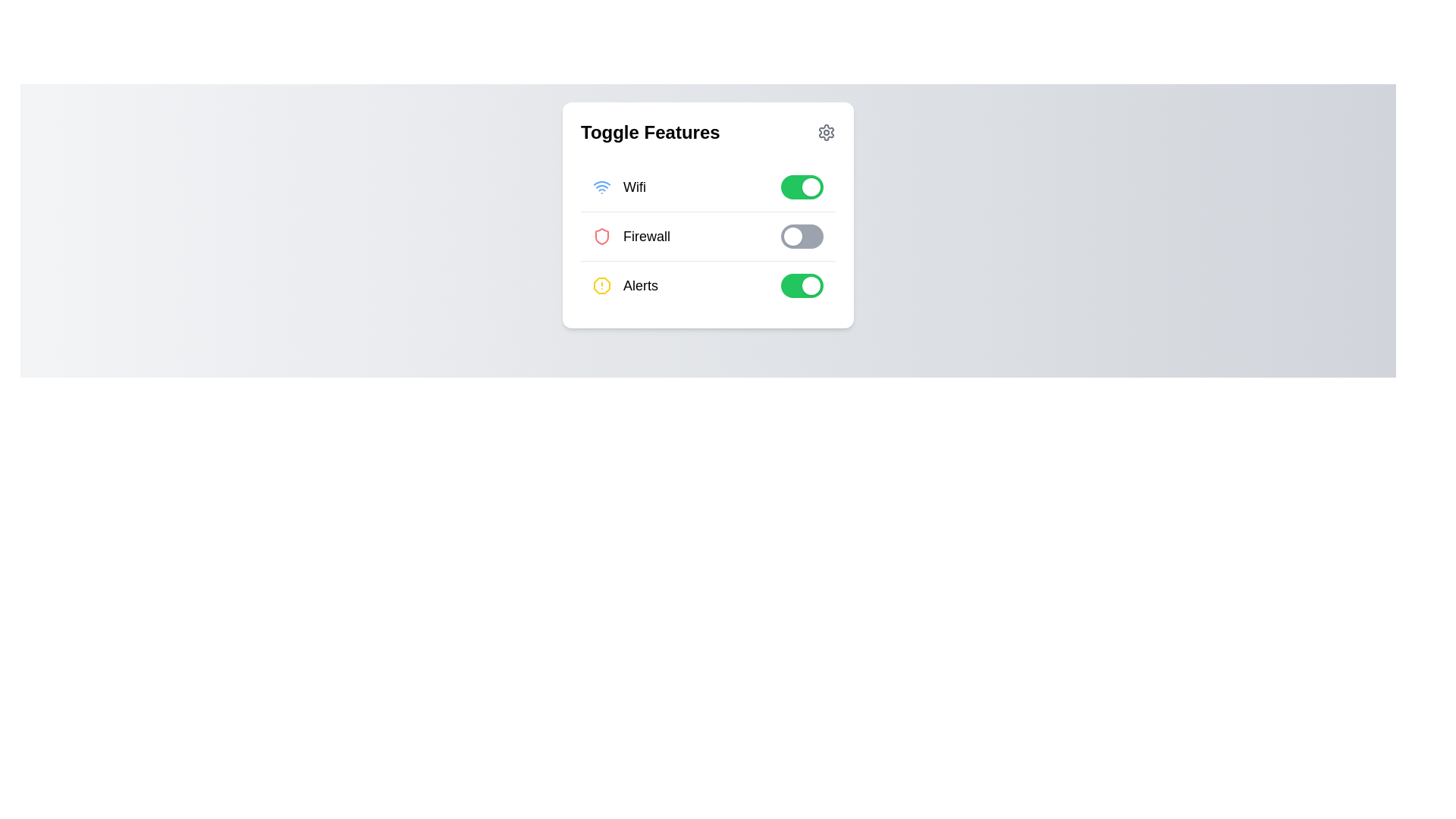  What do you see at coordinates (601, 237) in the screenshot?
I see `the 'Firewall' icon located in the second row of the vertically structured list, which symbolizes the Firewall feature` at bounding box center [601, 237].